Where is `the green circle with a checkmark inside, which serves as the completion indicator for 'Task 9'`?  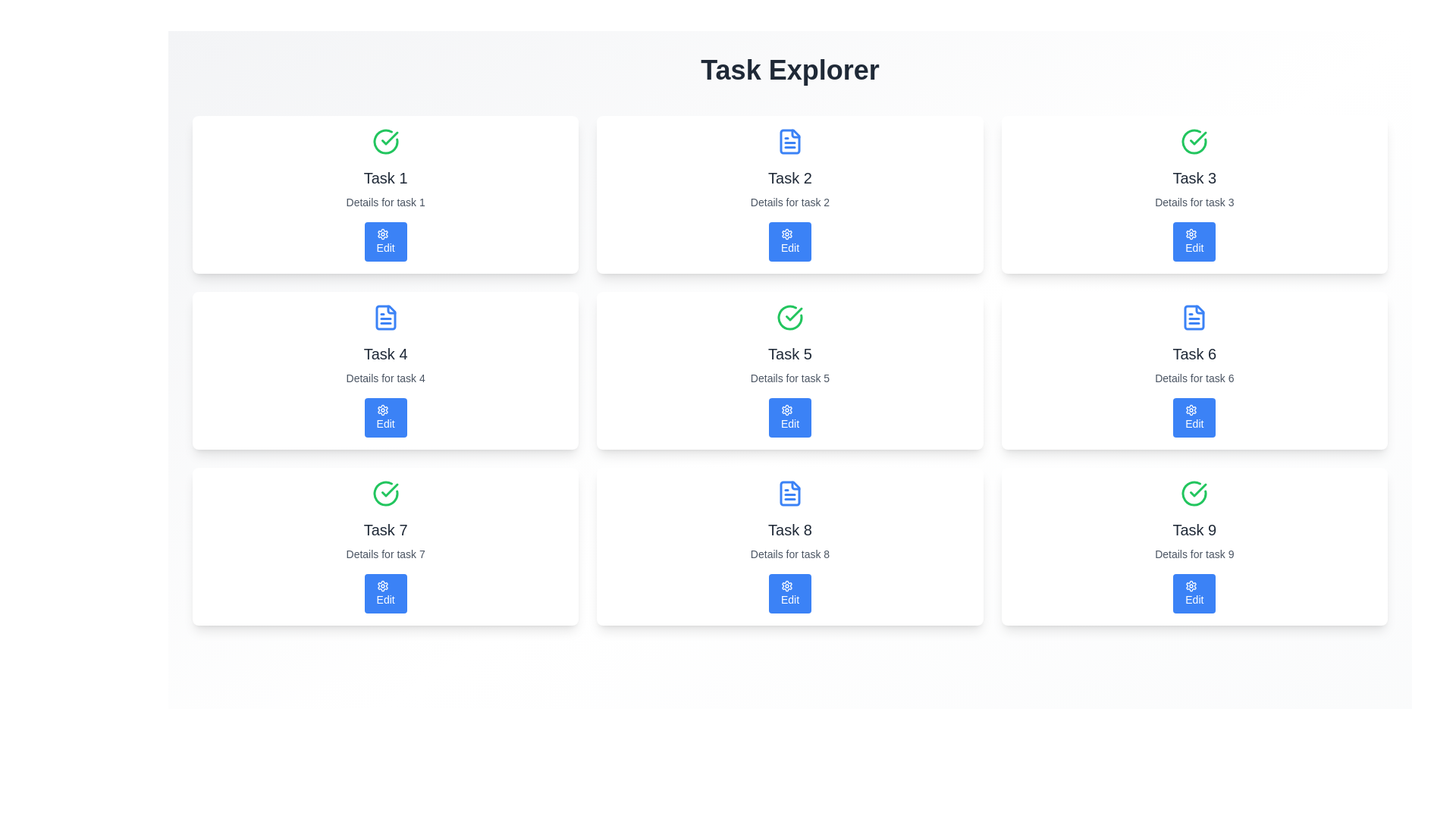
the green circle with a checkmark inside, which serves as the completion indicator for 'Task 9' is located at coordinates (1194, 494).